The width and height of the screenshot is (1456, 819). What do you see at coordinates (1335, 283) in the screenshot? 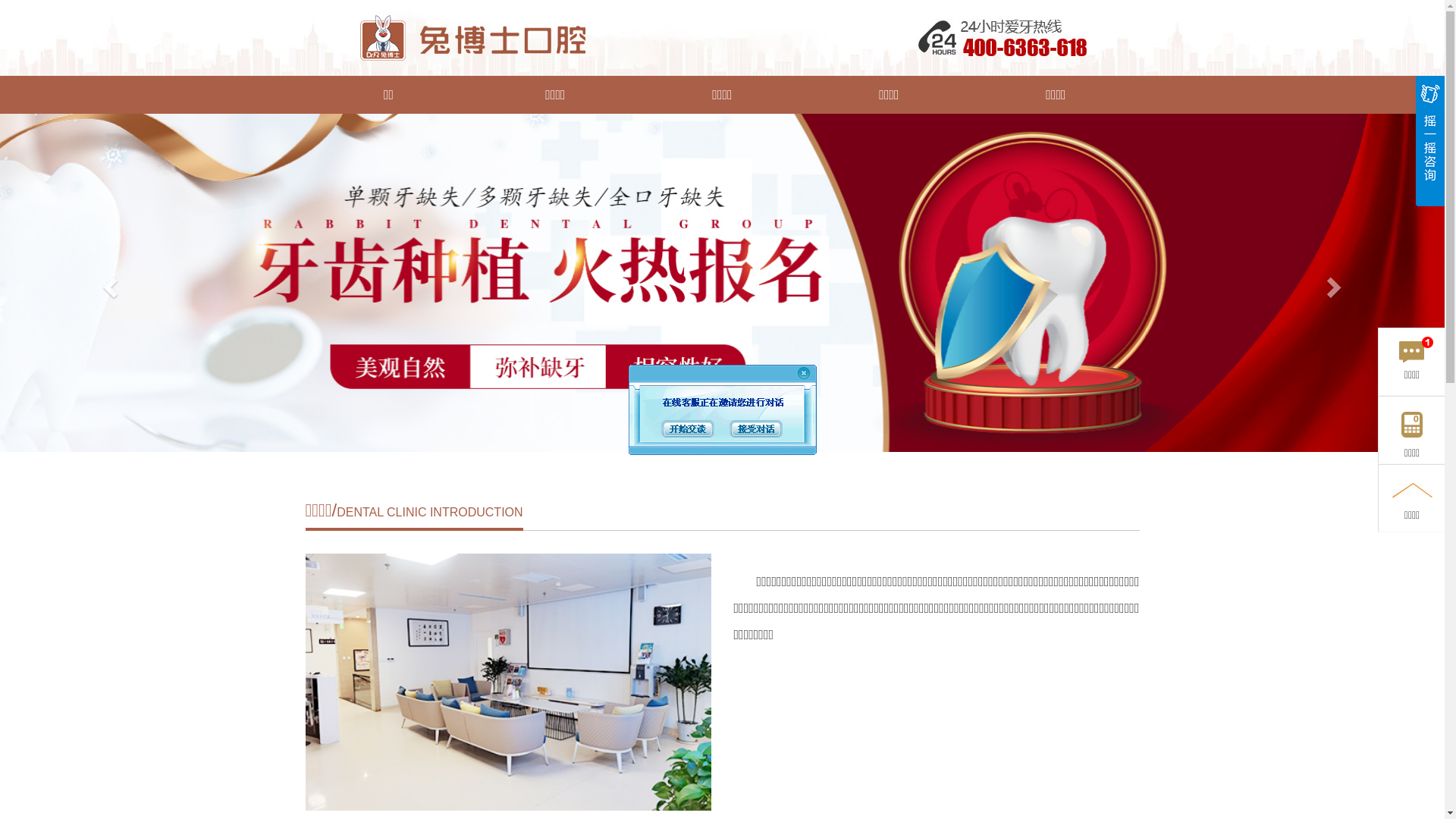
I see `'Next'` at bounding box center [1335, 283].